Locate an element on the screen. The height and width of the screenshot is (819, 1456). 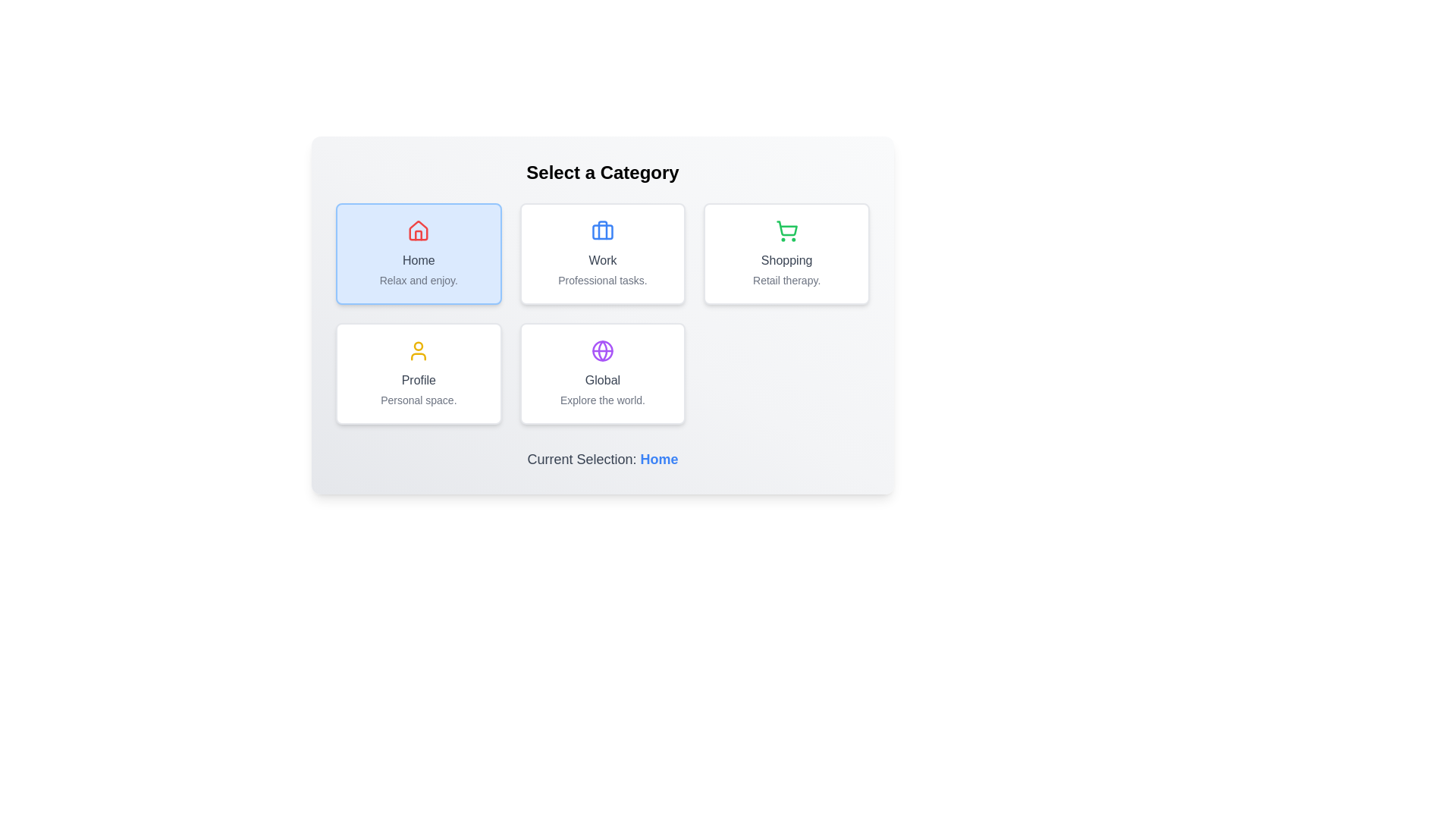
the category button for Global is located at coordinates (602, 374).